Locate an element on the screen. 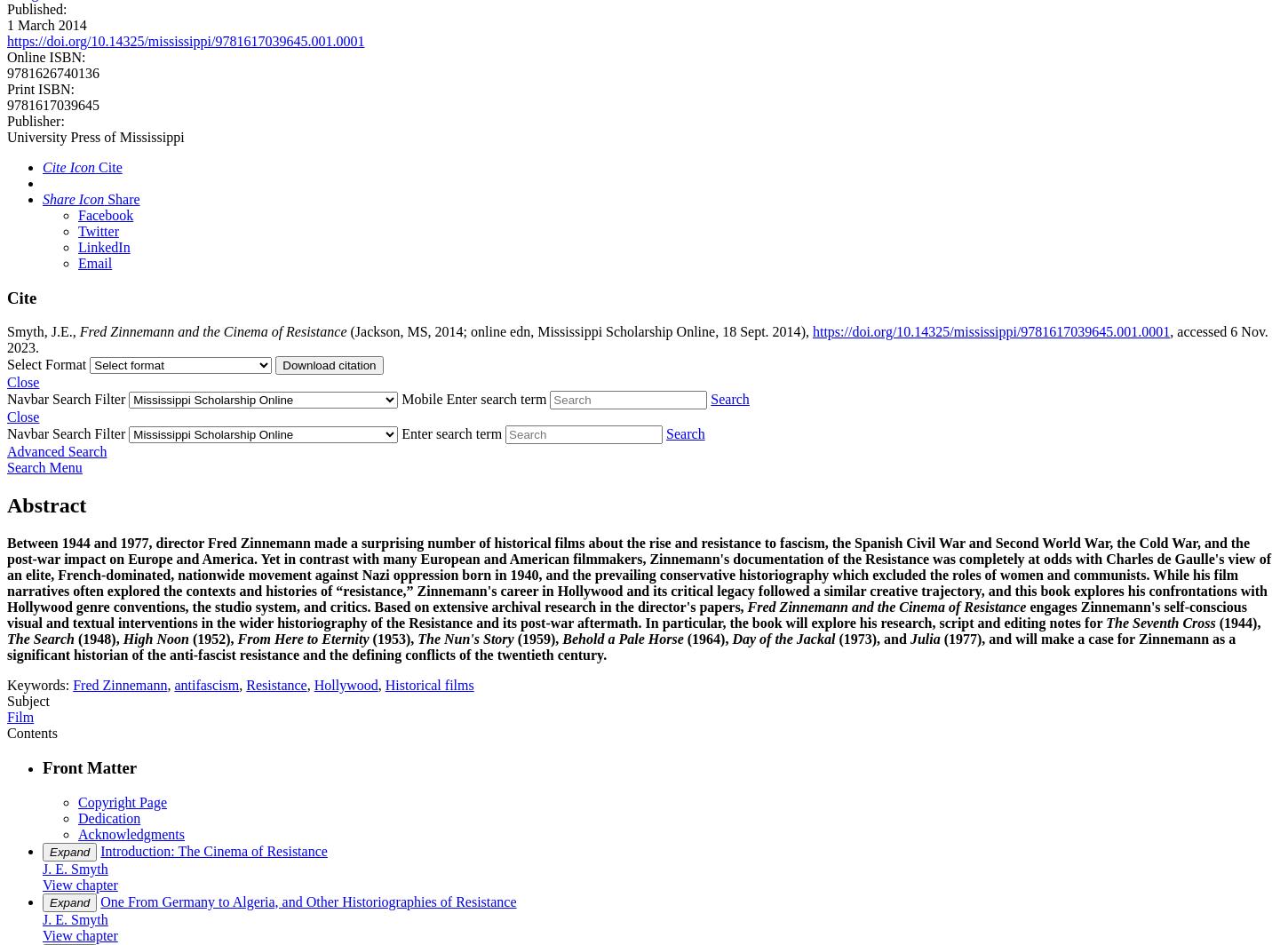 This screenshot has height=945, width=1288. '(1944),' is located at coordinates (1213, 623).